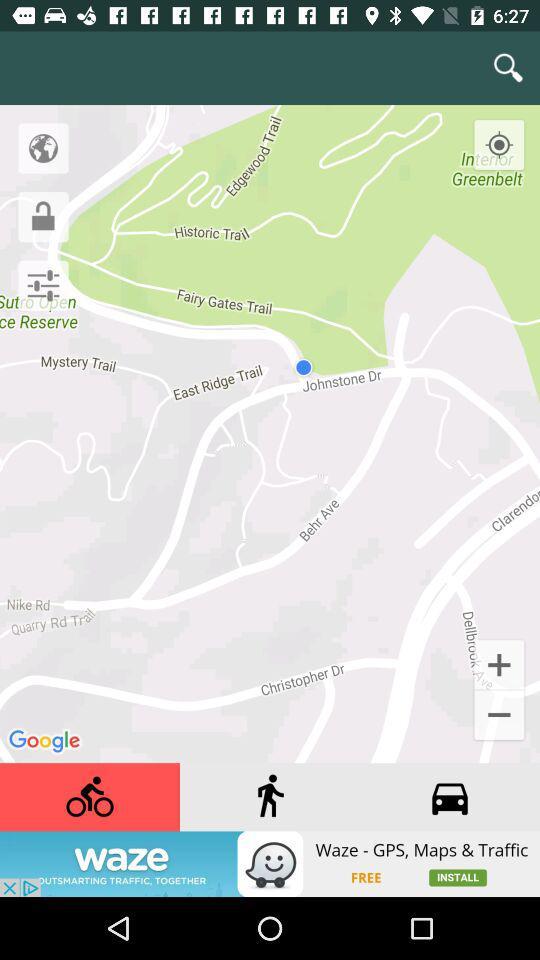  I want to click on the star icon, so click(498, 312).